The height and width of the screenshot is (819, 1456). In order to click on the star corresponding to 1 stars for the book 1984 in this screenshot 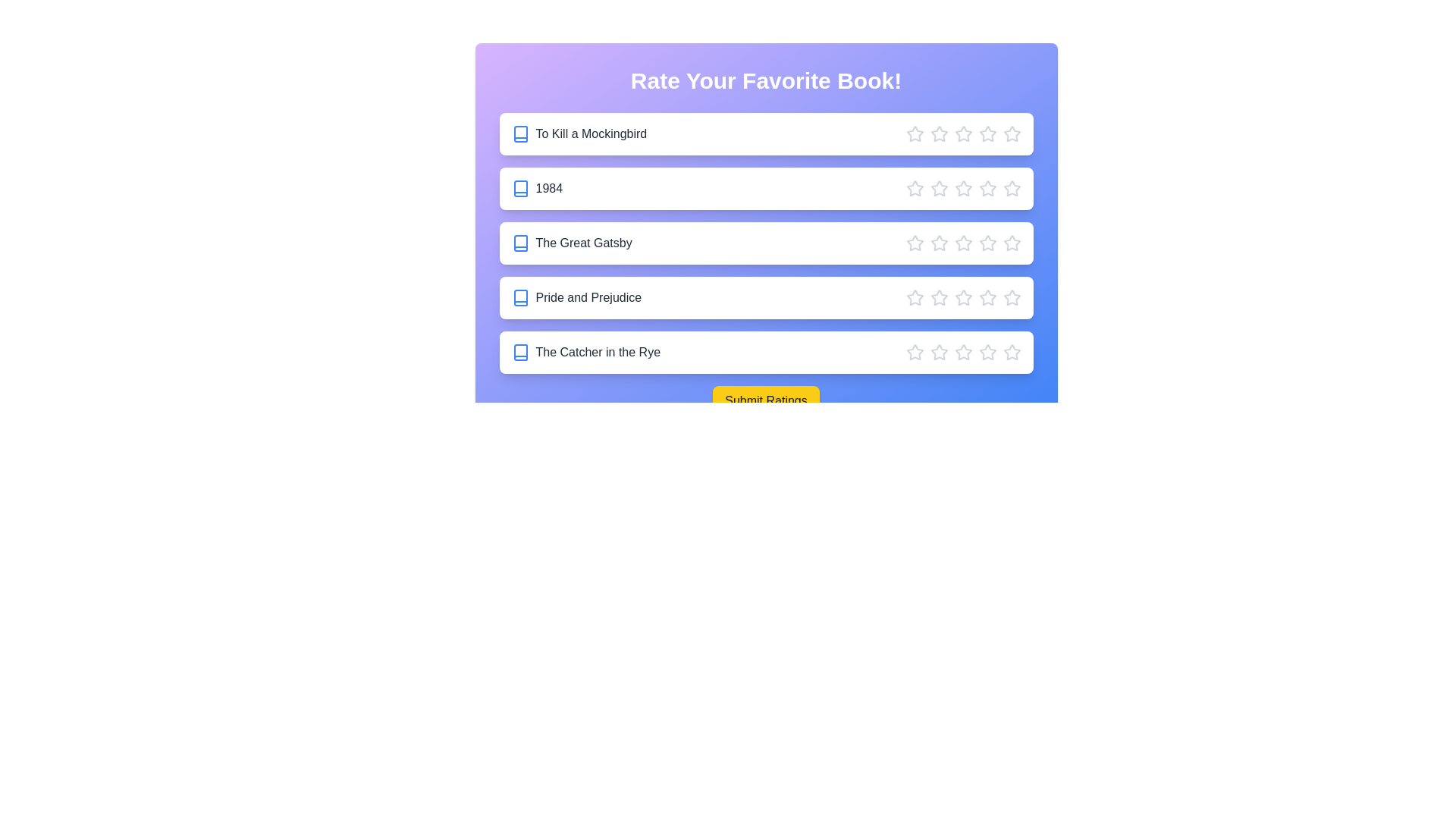, I will do `click(914, 188)`.